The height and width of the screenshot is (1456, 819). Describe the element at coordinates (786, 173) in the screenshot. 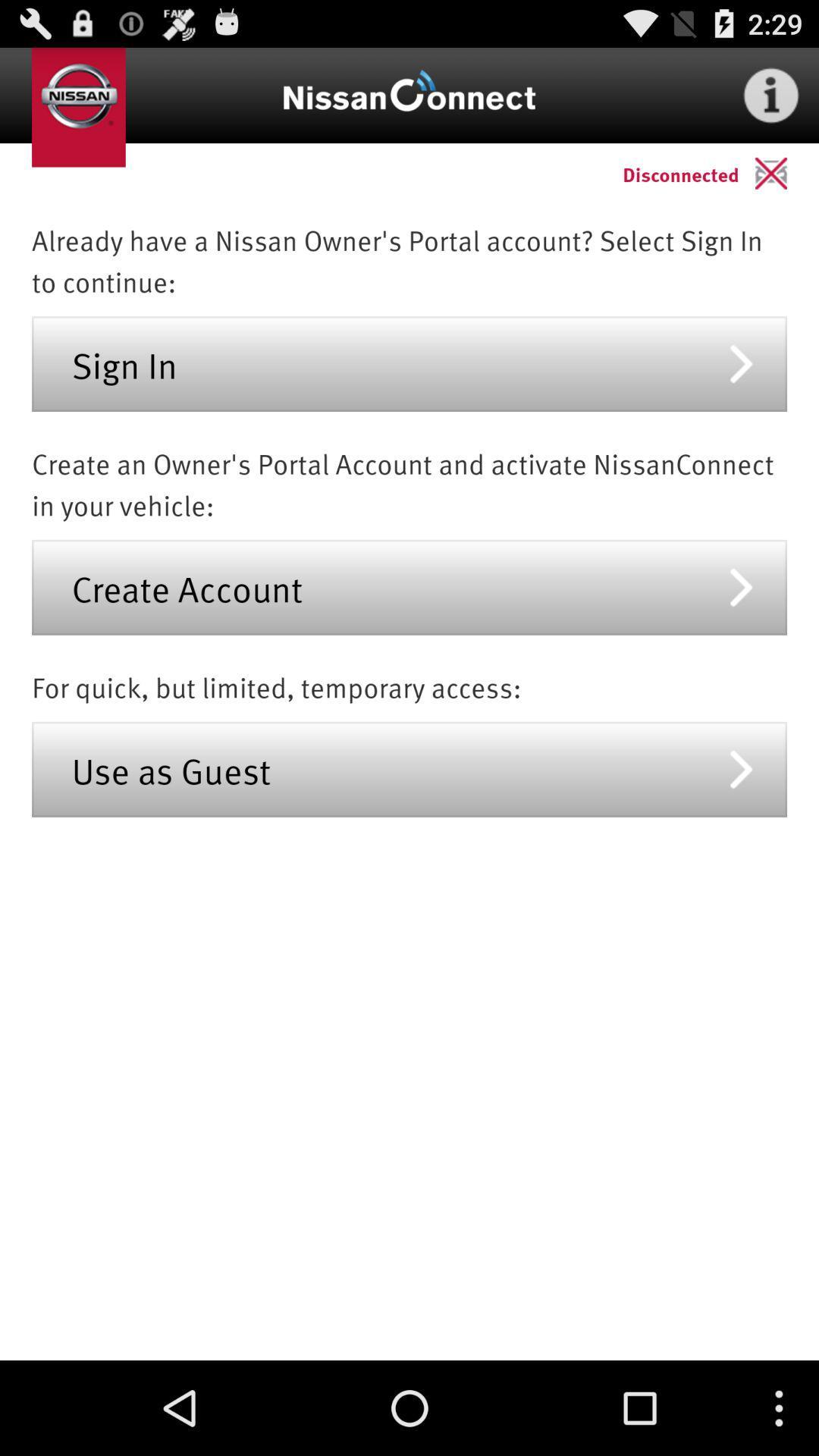

I see `connection indicator` at that location.